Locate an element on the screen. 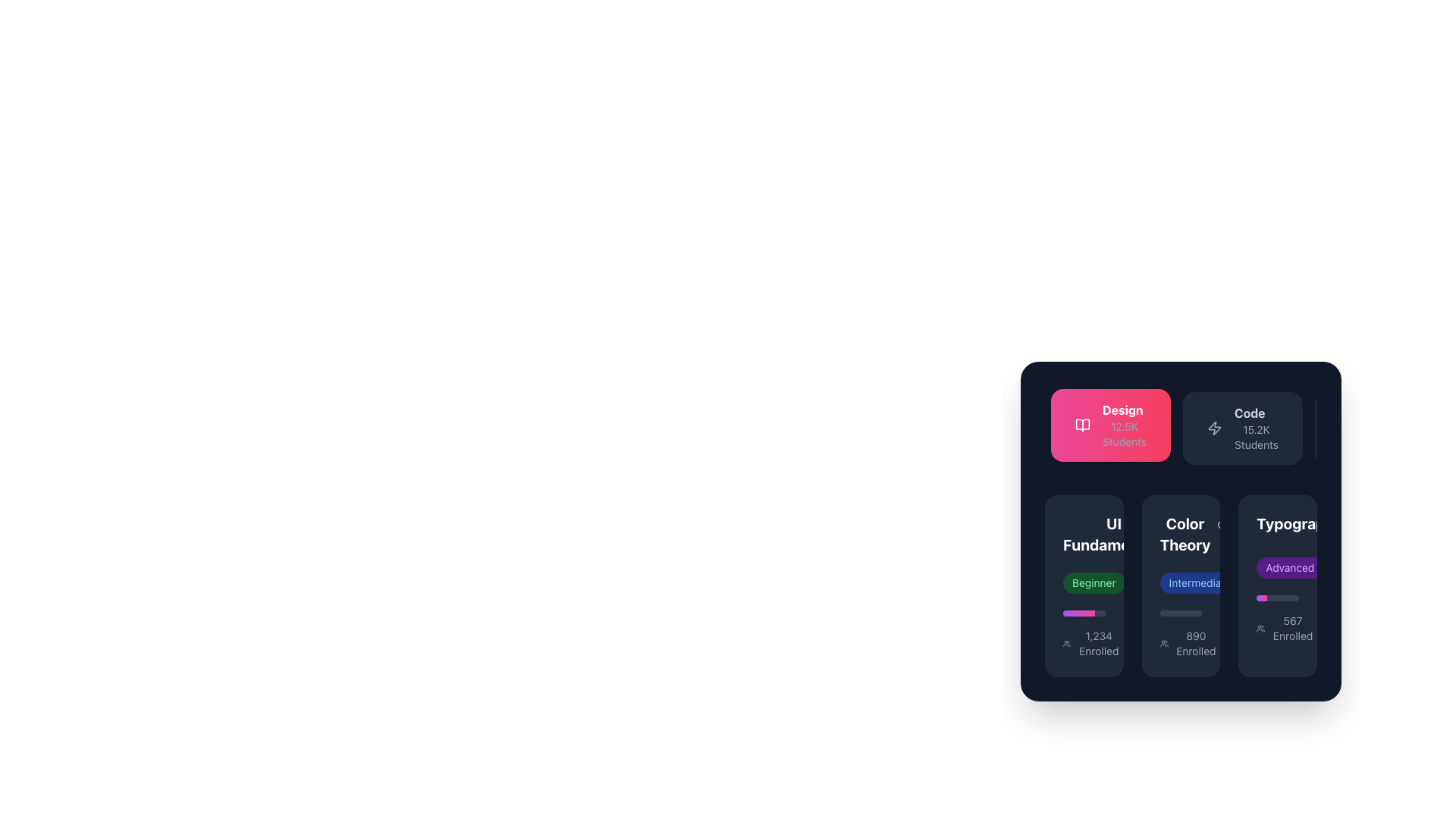 The image size is (1456, 819). the visual changes of the Progress bar located in the 'Color Theory' section at the bottom, which indicates the percentage of completion for the course is located at coordinates (1180, 613).